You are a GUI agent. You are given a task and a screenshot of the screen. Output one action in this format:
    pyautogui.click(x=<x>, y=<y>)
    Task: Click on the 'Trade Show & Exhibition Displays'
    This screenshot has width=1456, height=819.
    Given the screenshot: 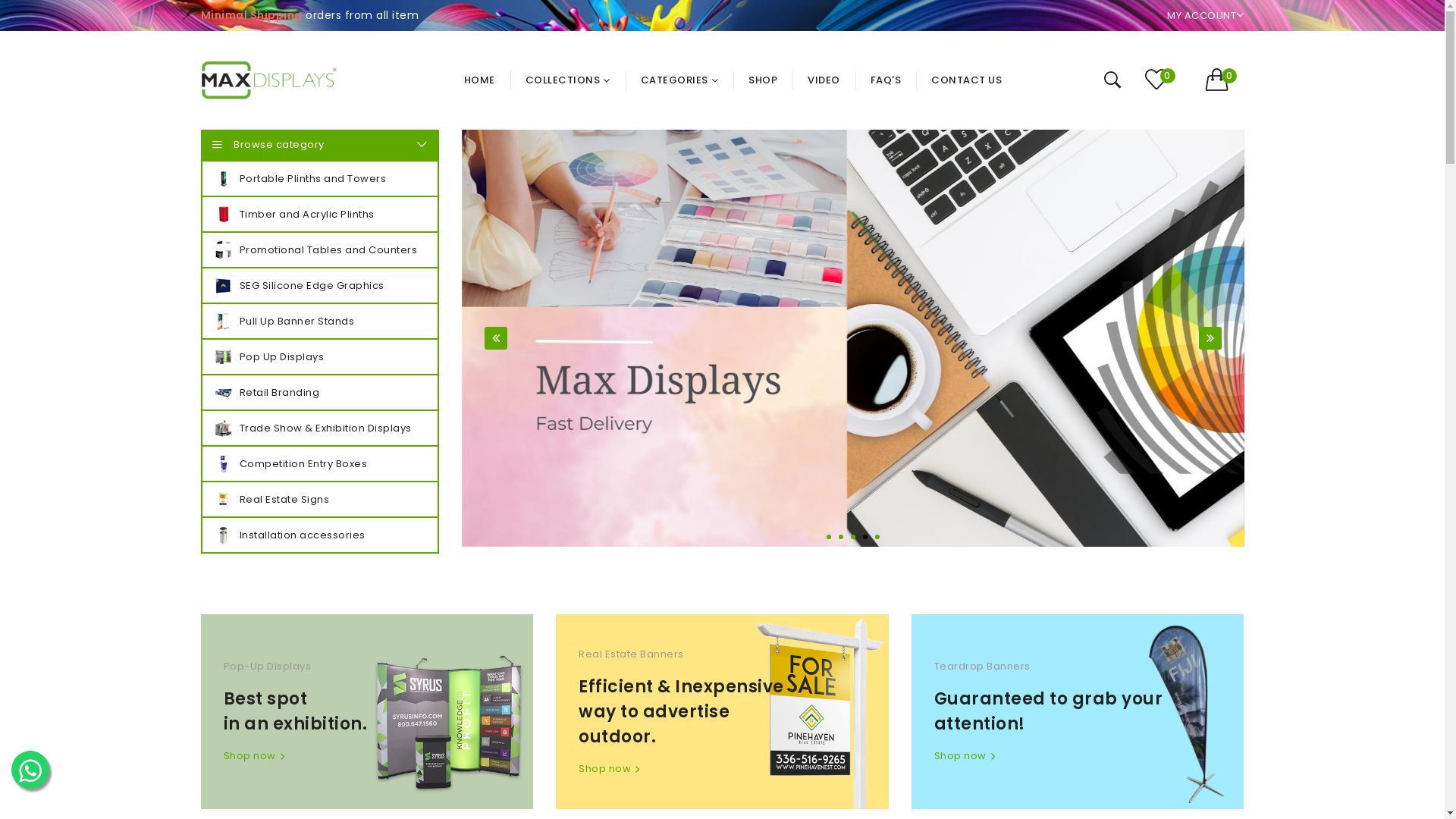 What is the action you would take?
    pyautogui.click(x=318, y=428)
    